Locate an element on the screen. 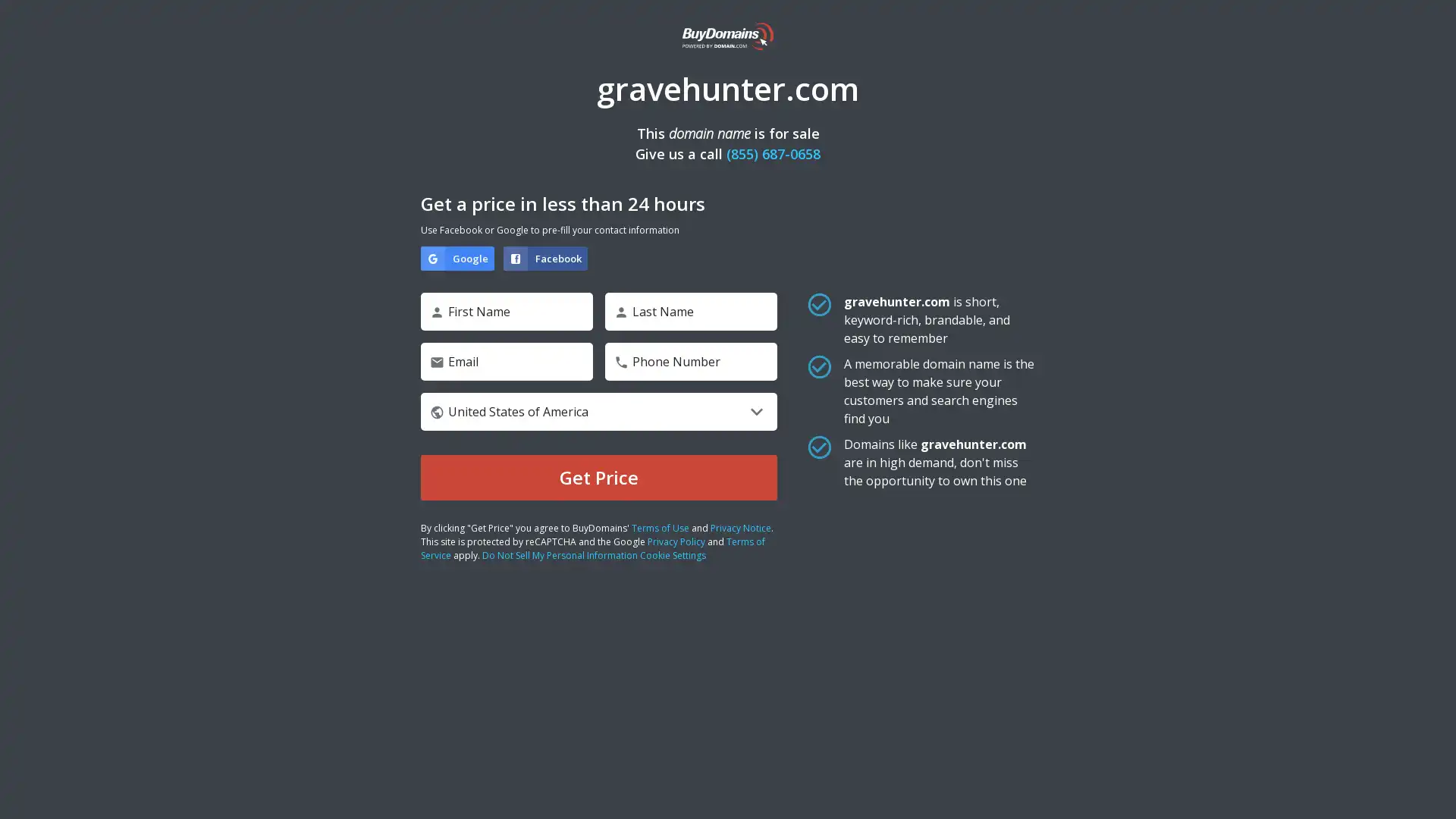 Image resolution: width=1456 pixels, height=819 pixels. Cookies Settings is located at coordinates (154, 760).